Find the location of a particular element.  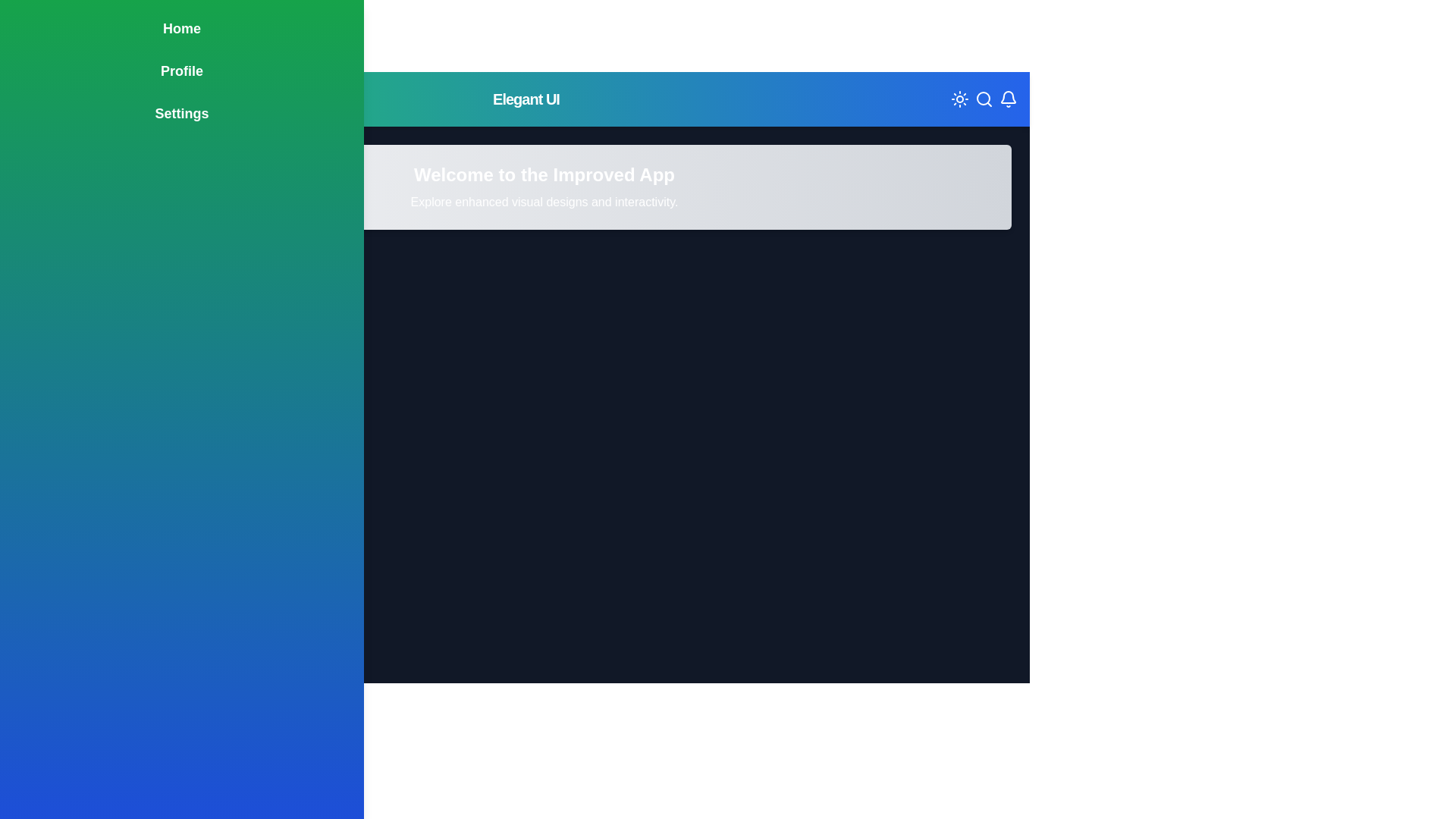

the menu item labeled Home is located at coordinates (182, 29).